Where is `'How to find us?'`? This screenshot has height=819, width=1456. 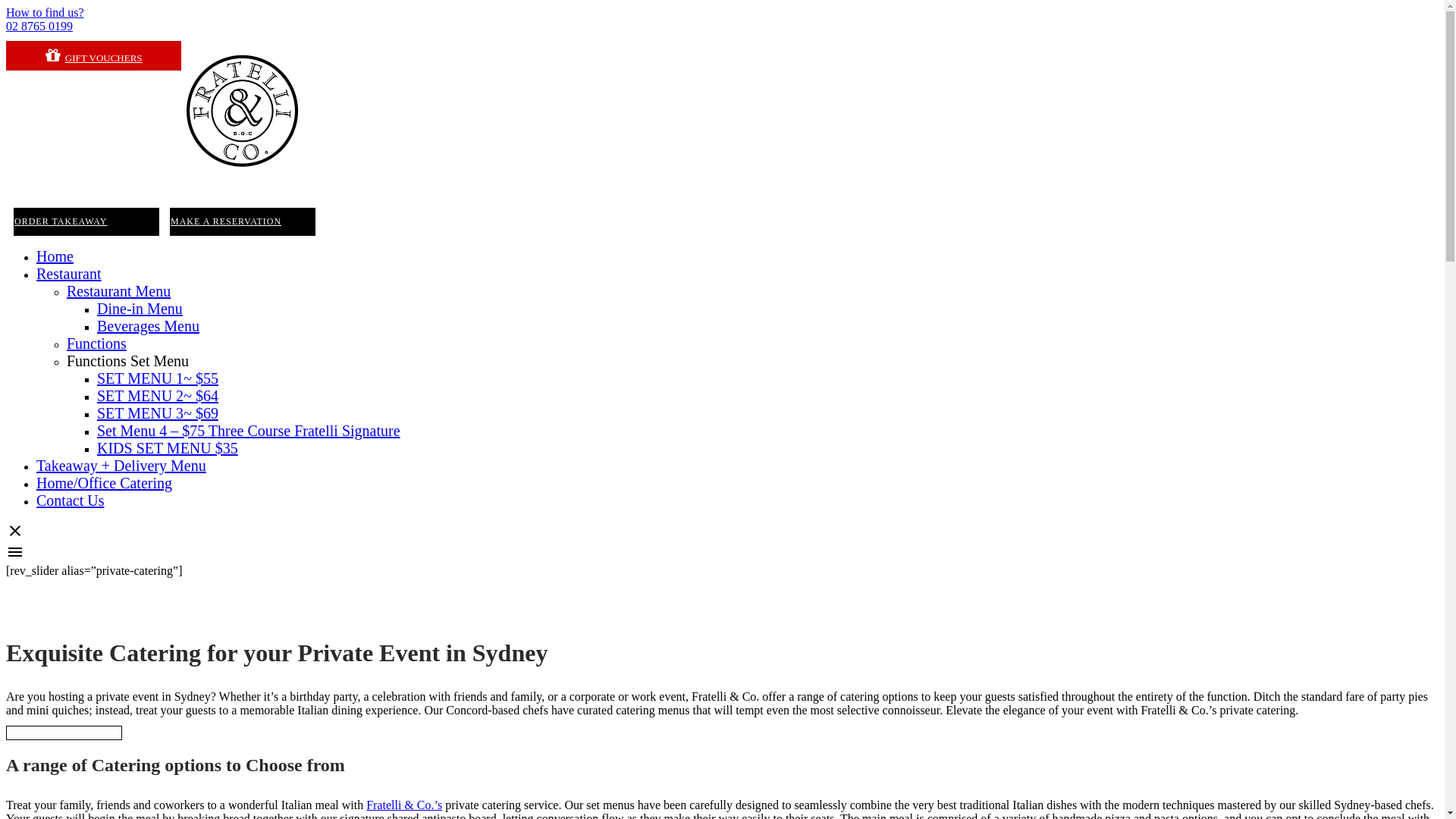 'How to find us?' is located at coordinates (45, 12).